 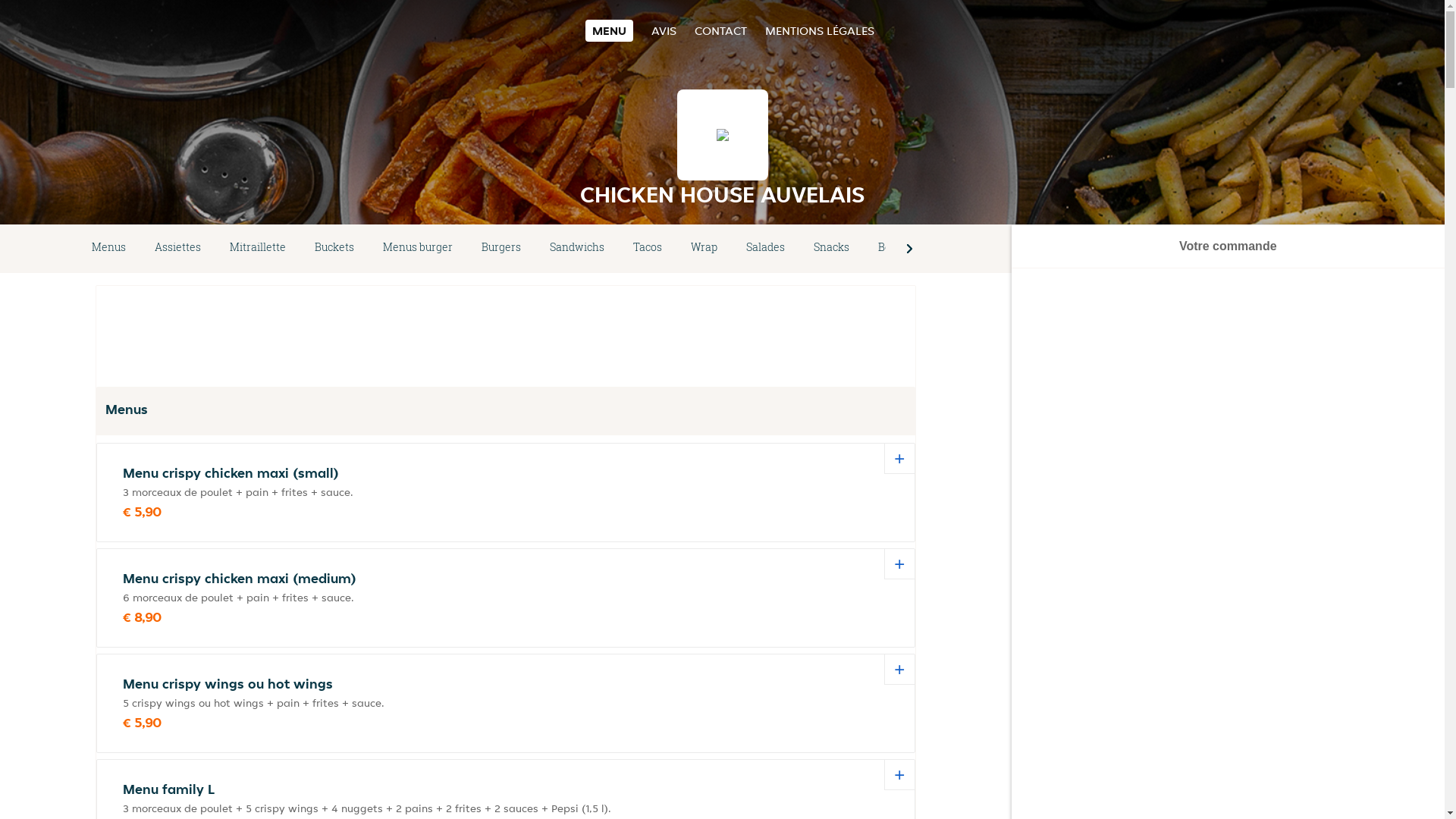 What do you see at coordinates (576, 247) in the screenshot?
I see `'Sandwichs'` at bounding box center [576, 247].